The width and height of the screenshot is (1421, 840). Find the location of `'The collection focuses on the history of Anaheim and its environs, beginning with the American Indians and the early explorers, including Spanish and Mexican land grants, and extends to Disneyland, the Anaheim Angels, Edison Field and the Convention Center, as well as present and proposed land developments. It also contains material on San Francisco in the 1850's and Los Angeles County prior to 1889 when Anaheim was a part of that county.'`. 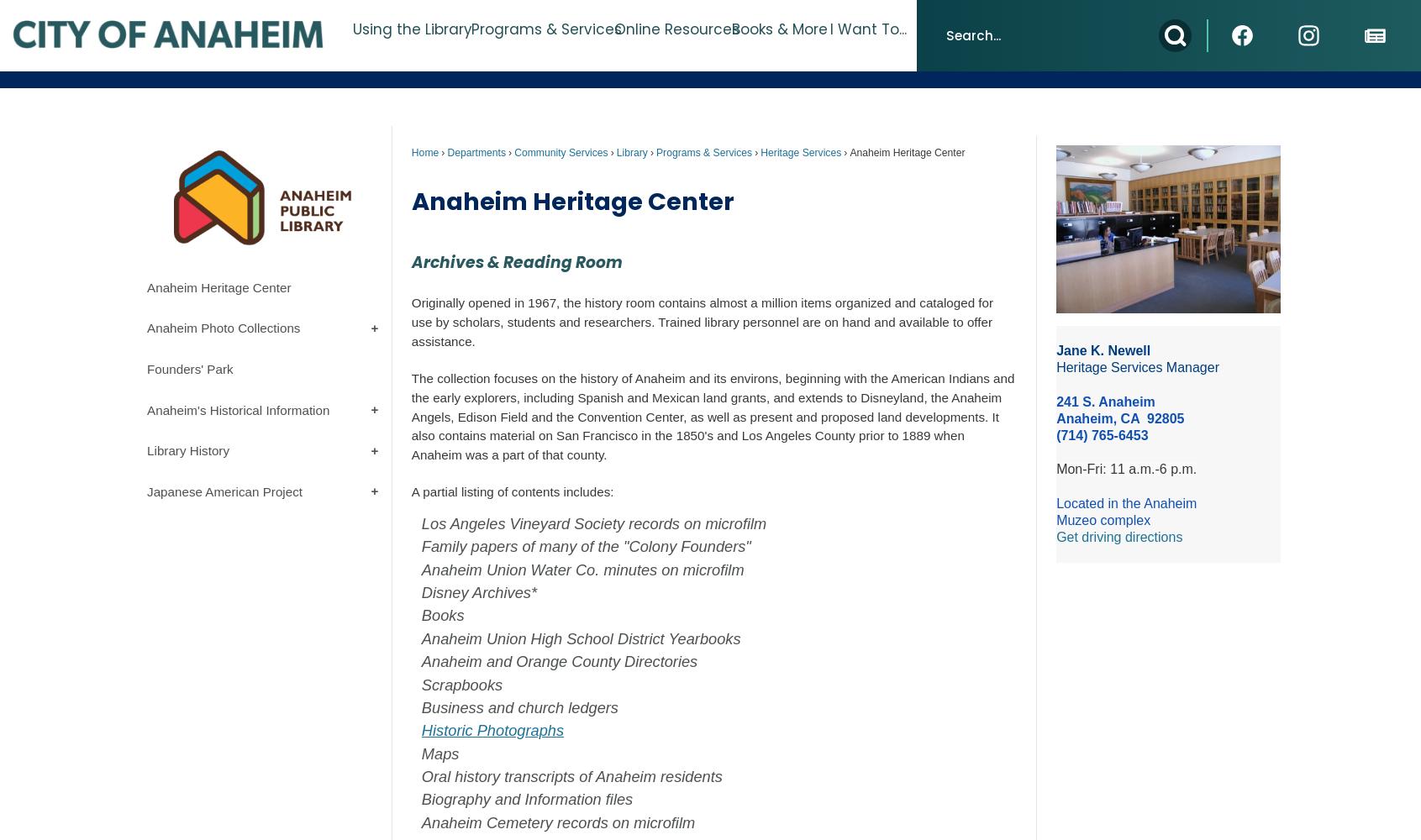

'The collection focuses on the history of Anaheim and its environs, beginning with the American Indians and the early explorers, including Spanish and Mexican land grants, and extends to Disneyland, the Anaheim Angels, Edison Field and the Convention Center, as well as present and proposed land developments. It also contains material on San Francisco in the 1850's and Los Angeles County prior to 1889 when Anaheim was a part of that county.' is located at coordinates (713, 416).